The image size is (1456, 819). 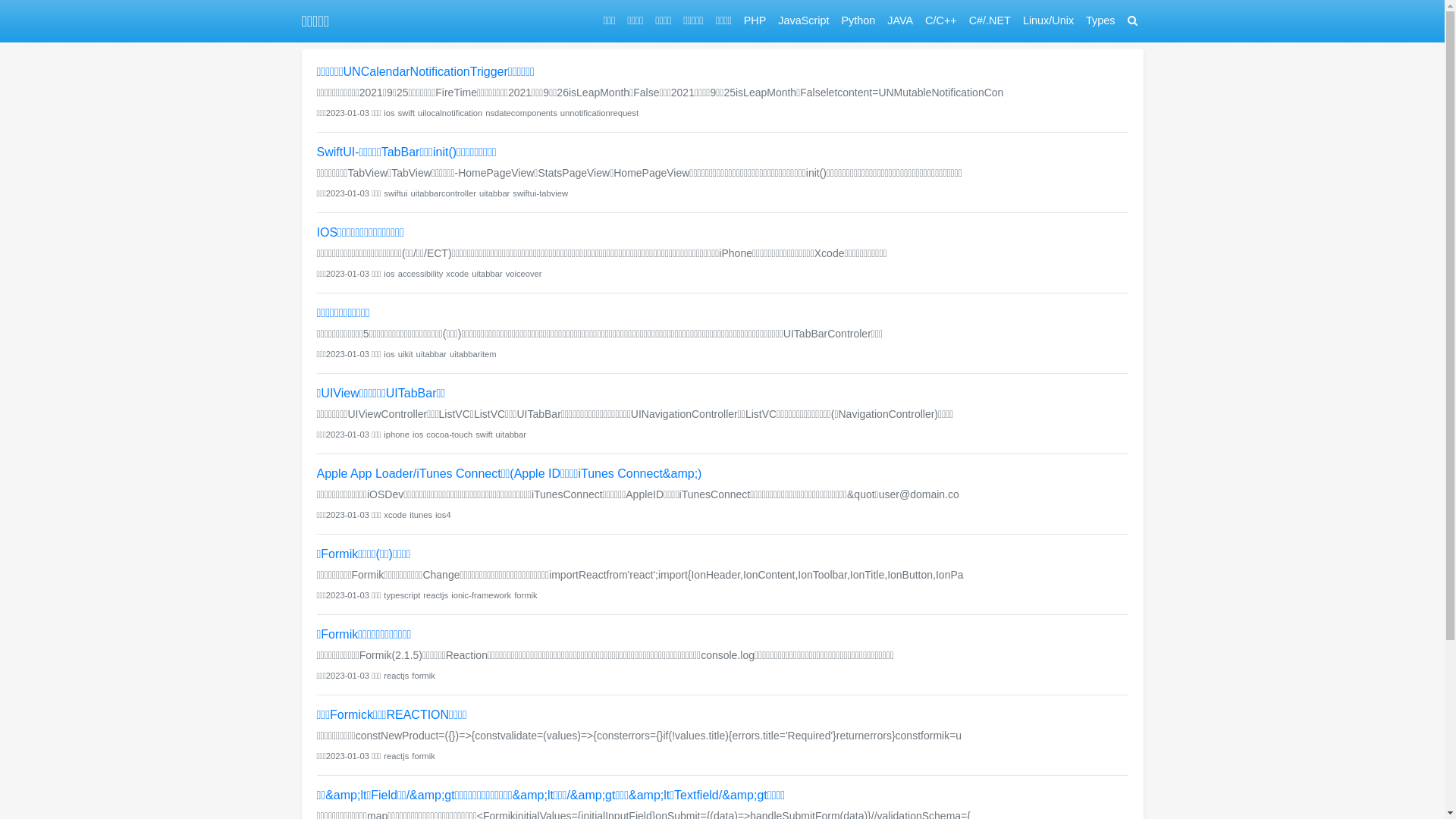 I want to click on 'uitabbaritem', so click(x=449, y=353).